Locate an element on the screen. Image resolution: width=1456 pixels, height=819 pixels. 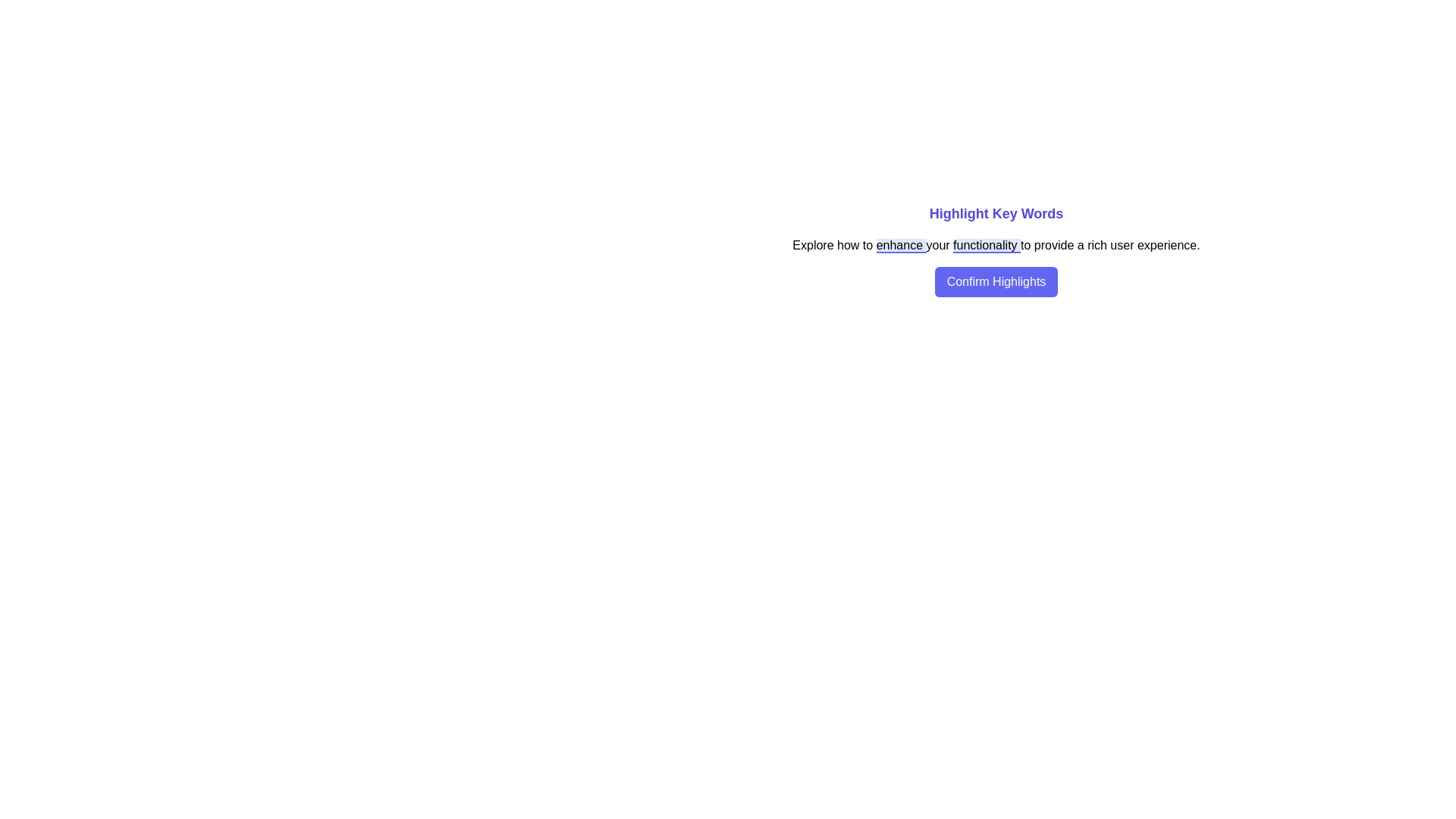
the informative text paragraph located in the modal, which provides guidance related to the functionality of highlighting key words is located at coordinates (996, 249).